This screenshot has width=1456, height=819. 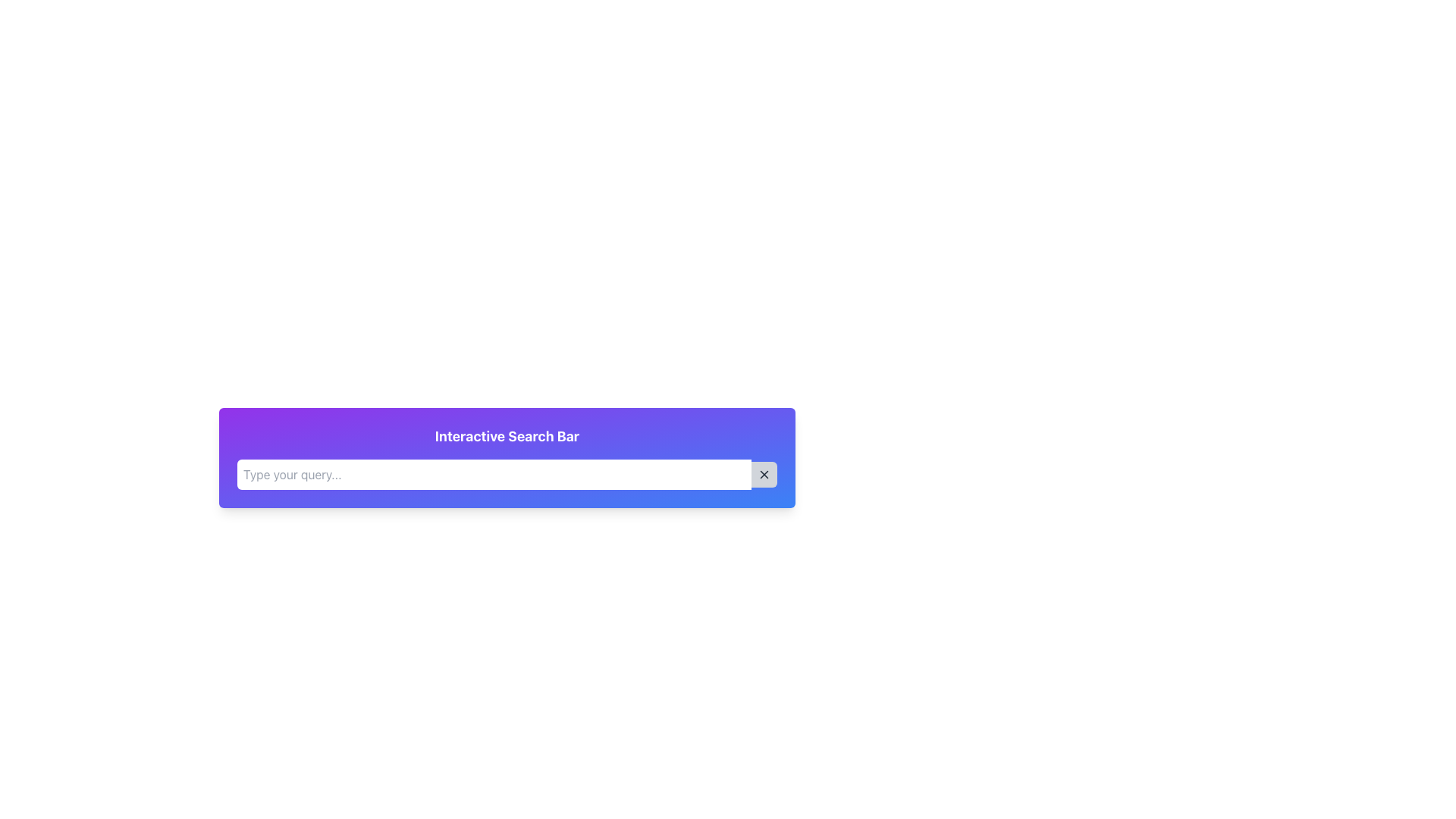 I want to click on the 'X' icon button located at the far right end of the search input field to clear the input, so click(x=764, y=473).